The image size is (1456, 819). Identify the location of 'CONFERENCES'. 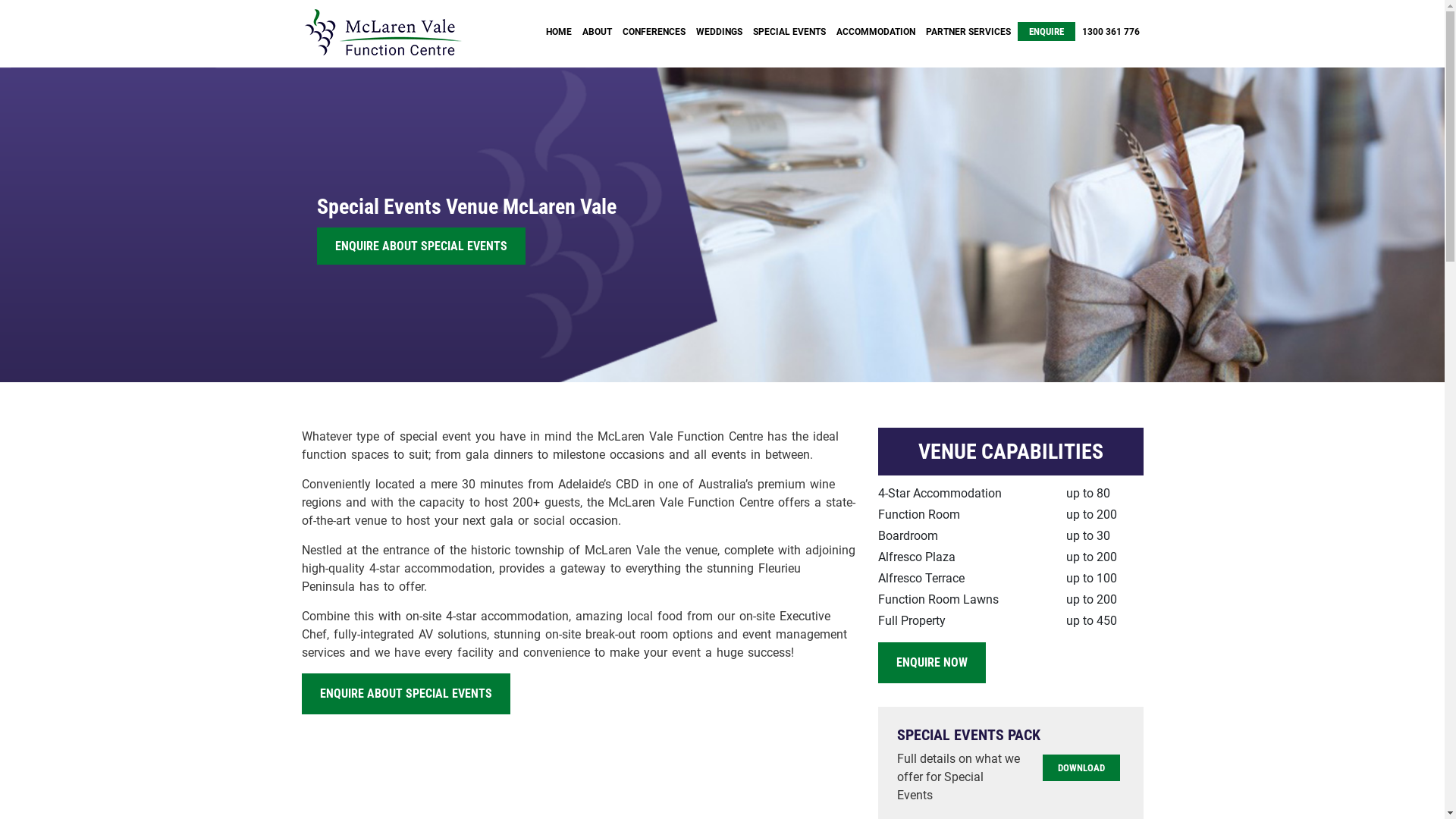
(654, 32).